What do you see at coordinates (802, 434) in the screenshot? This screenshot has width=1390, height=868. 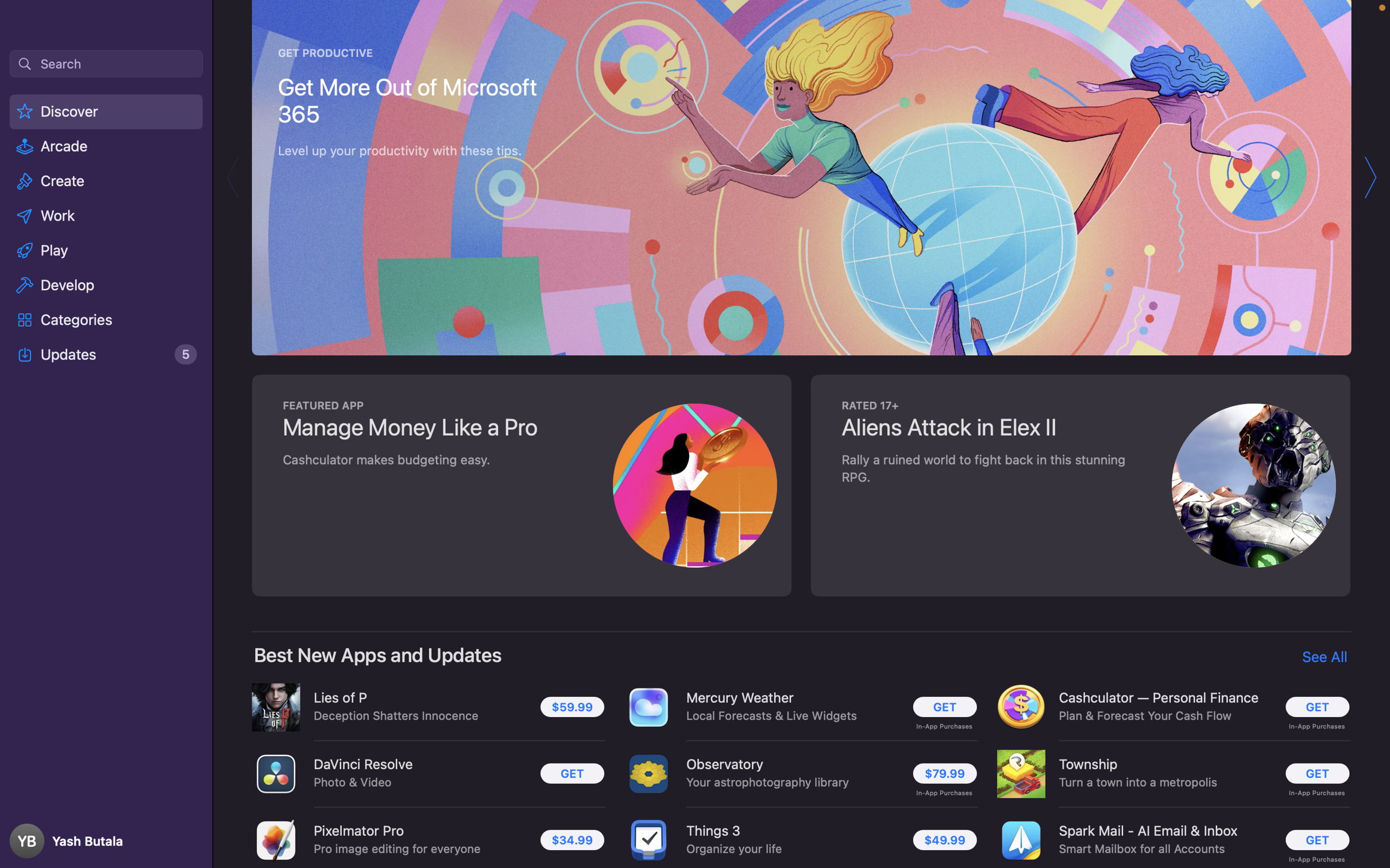 I see `Execute a 50-unit scroll downward to view more applications` at bounding box center [802, 434].